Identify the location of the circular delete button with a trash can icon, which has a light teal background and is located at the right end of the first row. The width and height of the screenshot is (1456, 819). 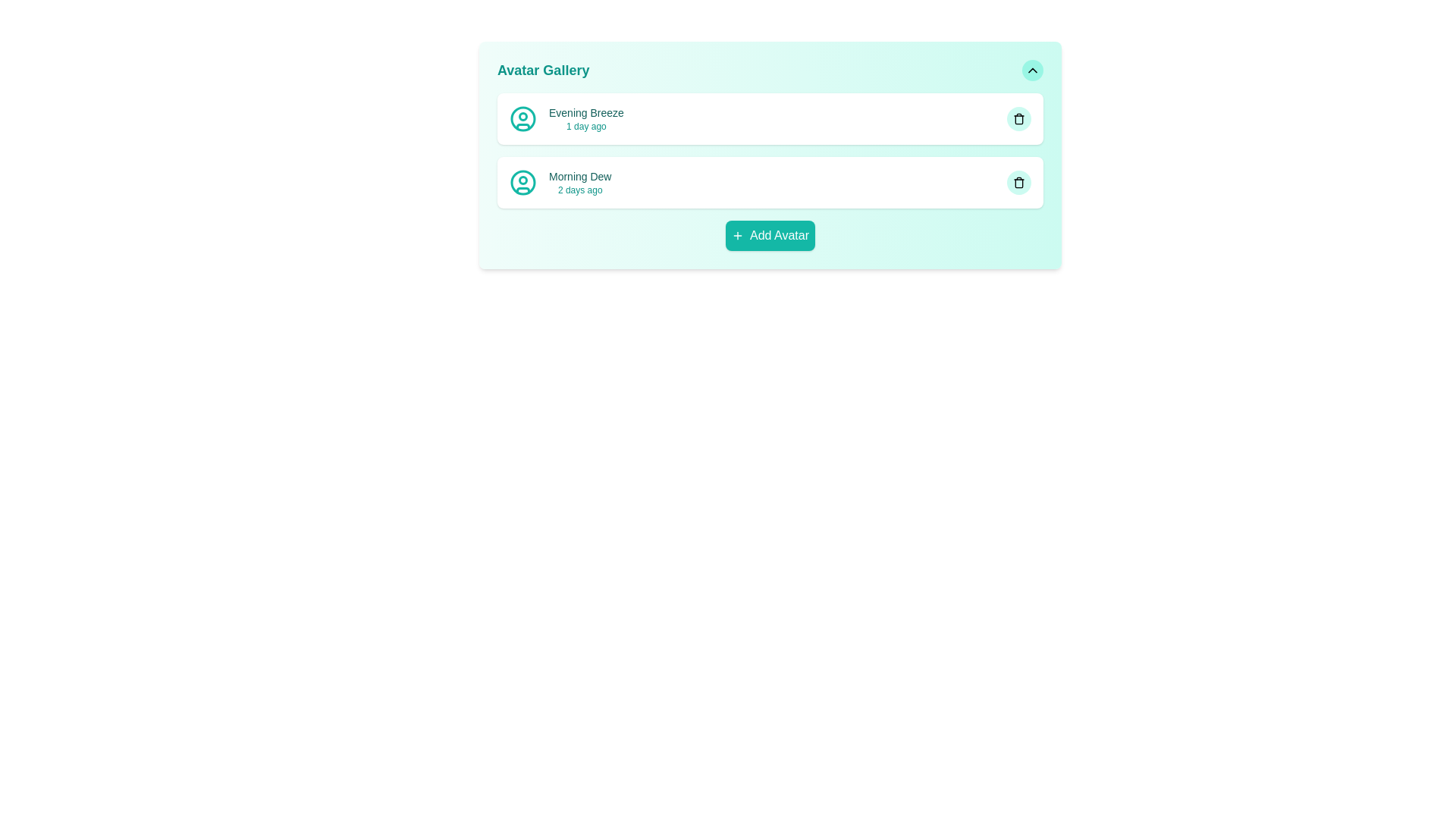
(1019, 118).